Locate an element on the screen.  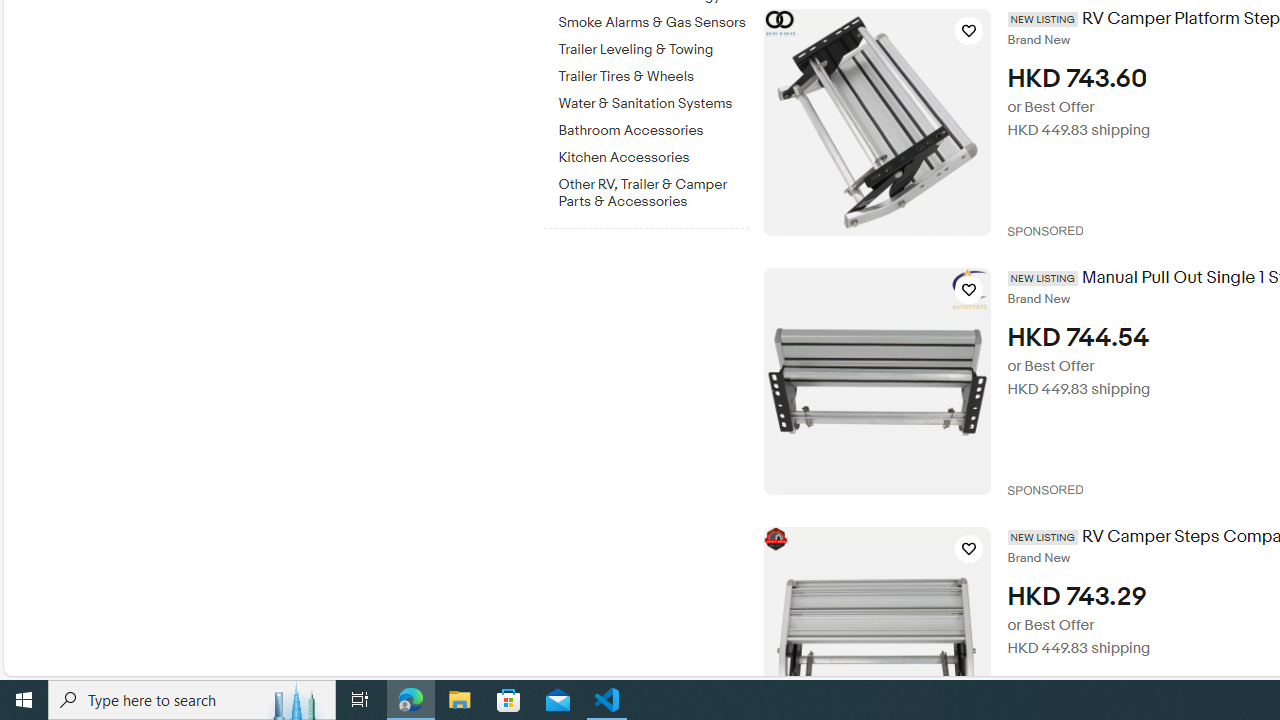
'Trailer Tires & Wheels' is located at coordinates (653, 76).